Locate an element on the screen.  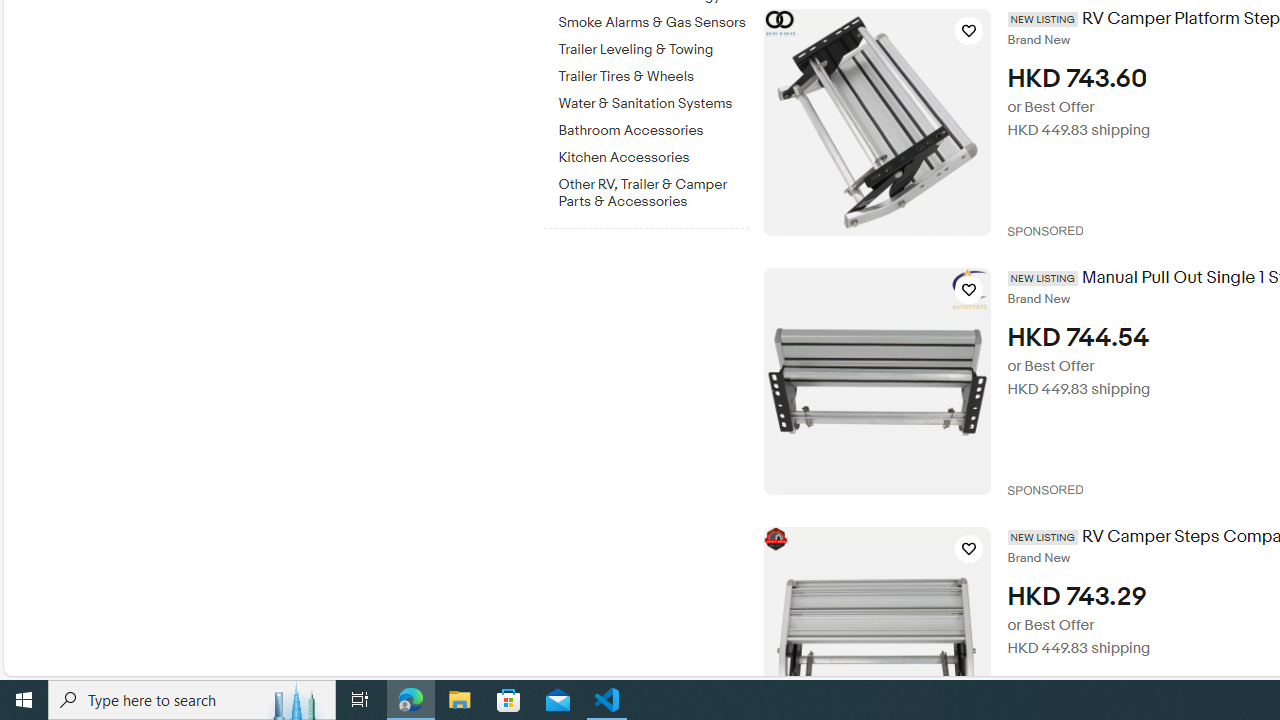
'Trailer Tires & Wheels' is located at coordinates (653, 76).